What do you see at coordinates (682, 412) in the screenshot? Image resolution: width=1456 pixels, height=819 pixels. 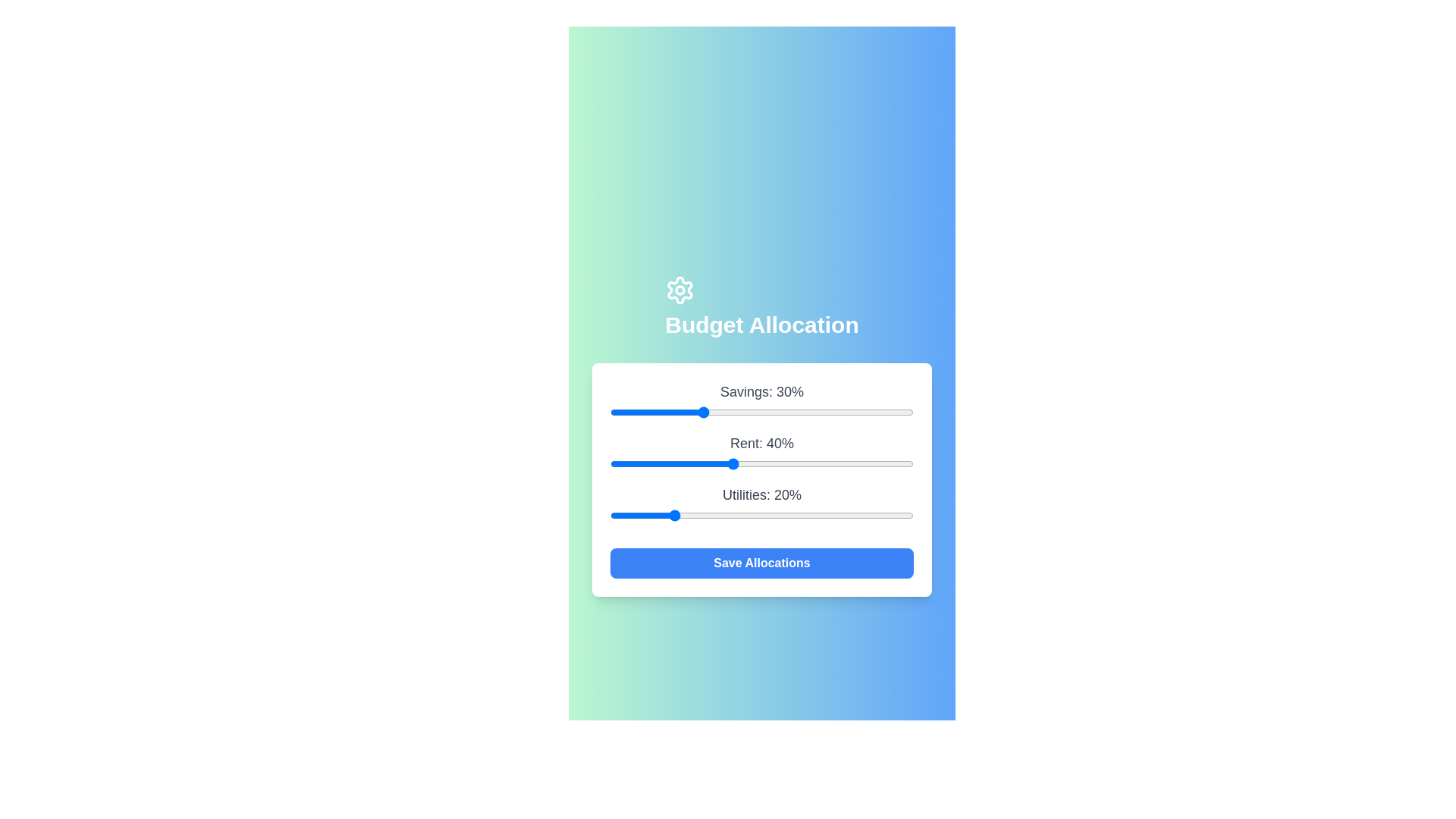 I see `the 'Savings' slider to 24%` at bounding box center [682, 412].